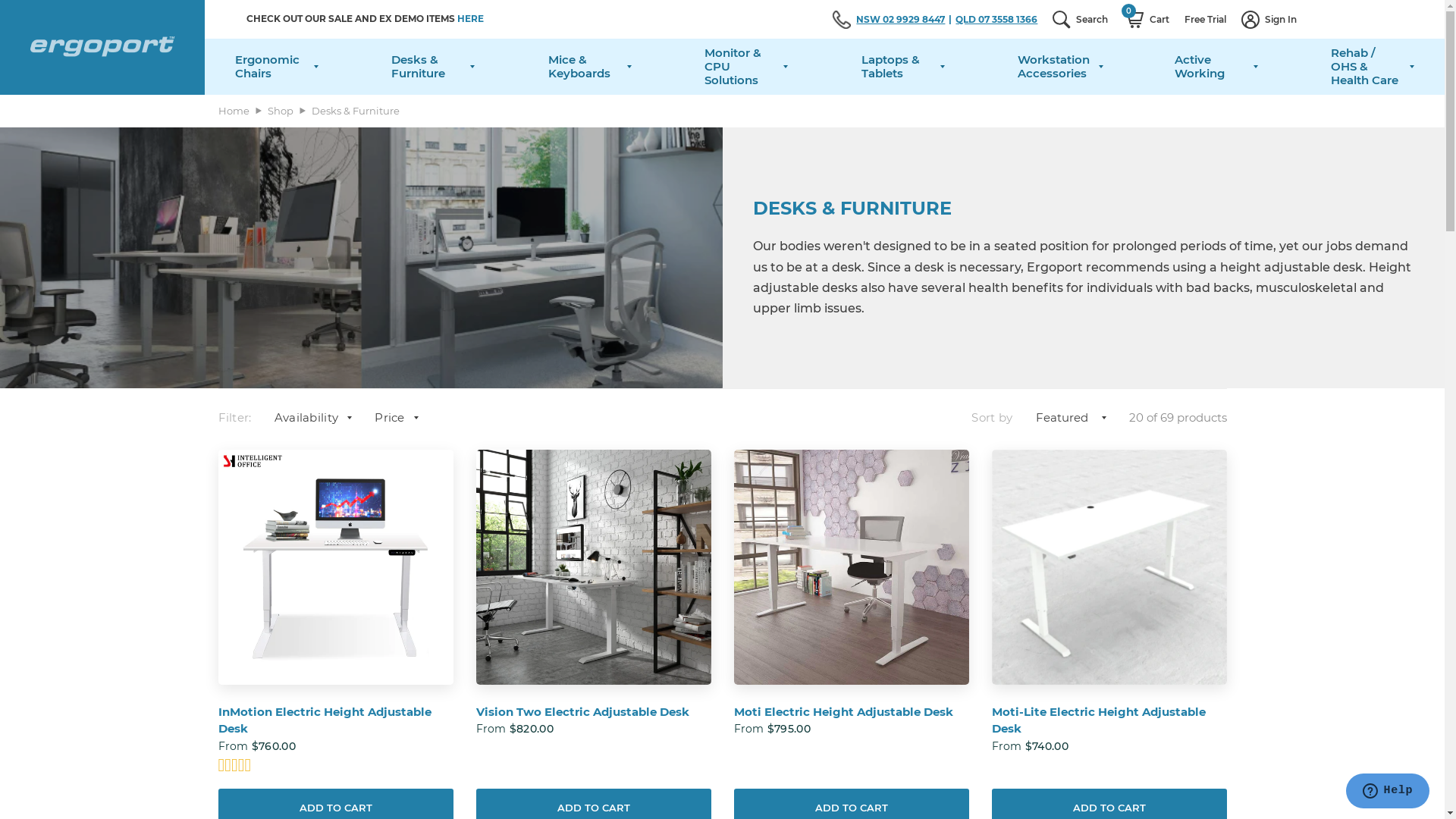  I want to click on 'Free Trial', so click(1175, 19).